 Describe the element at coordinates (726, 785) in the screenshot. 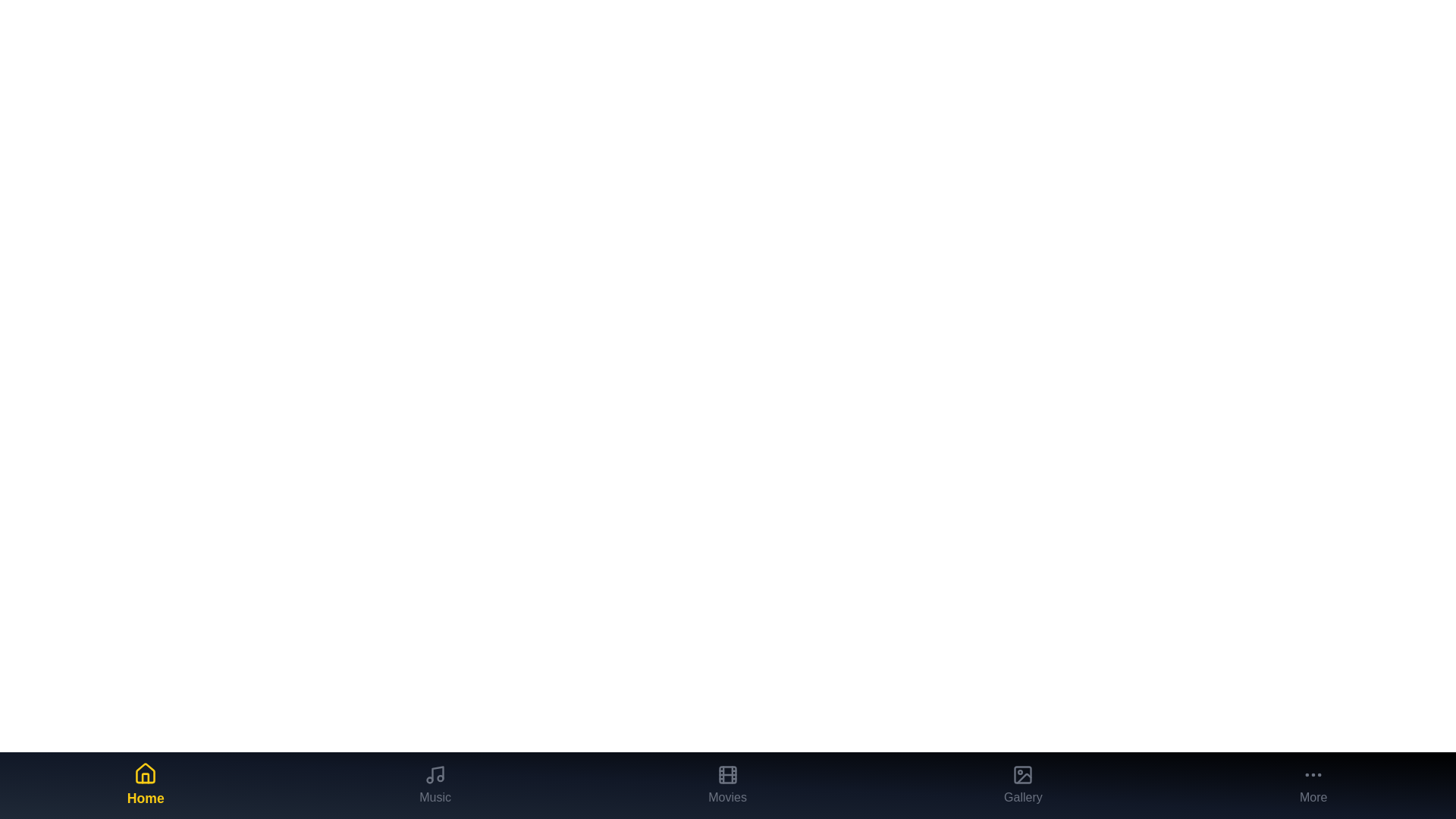

I see `the Movies tab in the bottom navigation bar` at that location.